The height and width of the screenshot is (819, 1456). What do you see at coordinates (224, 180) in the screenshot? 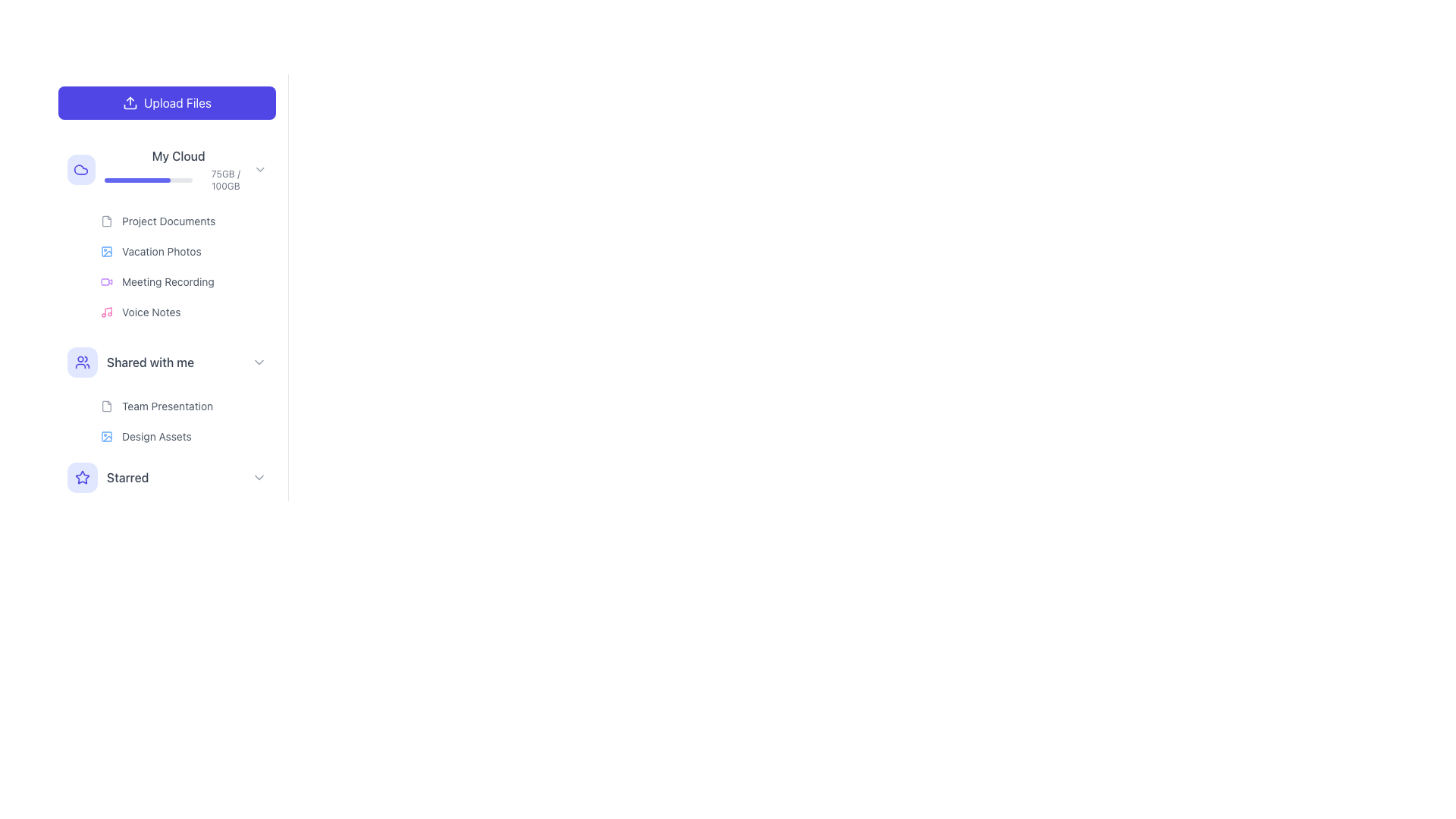
I see `text label displaying '75GB / 100GB' which is in a small gray font, located to the right of a horizontal progress bar and above the label titled 'My Cloud' in the left-hand navigation panel` at bounding box center [224, 180].